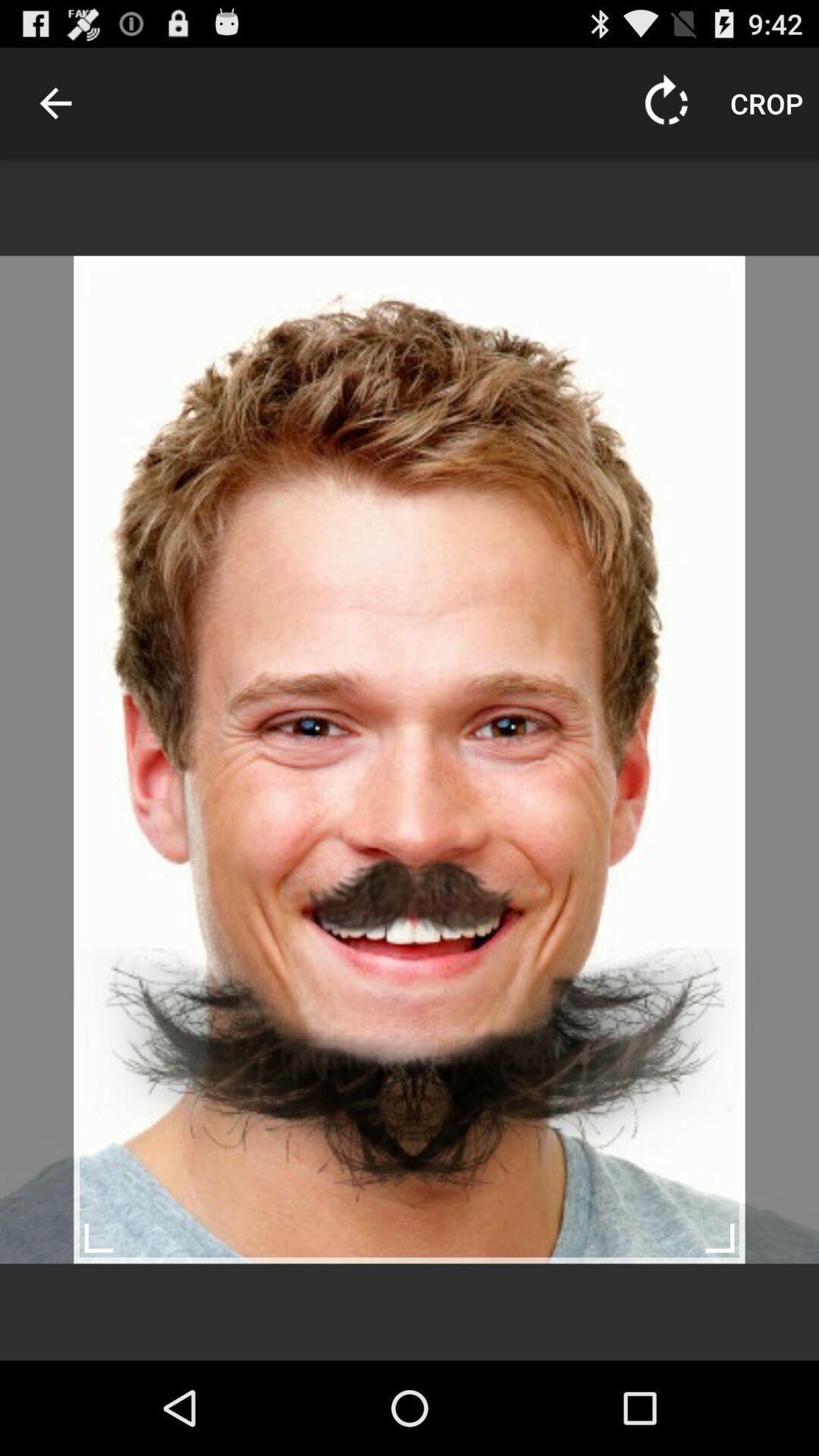  What do you see at coordinates (766, 102) in the screenshot?
I see `the crop icon` at bounding box center [766, 102].